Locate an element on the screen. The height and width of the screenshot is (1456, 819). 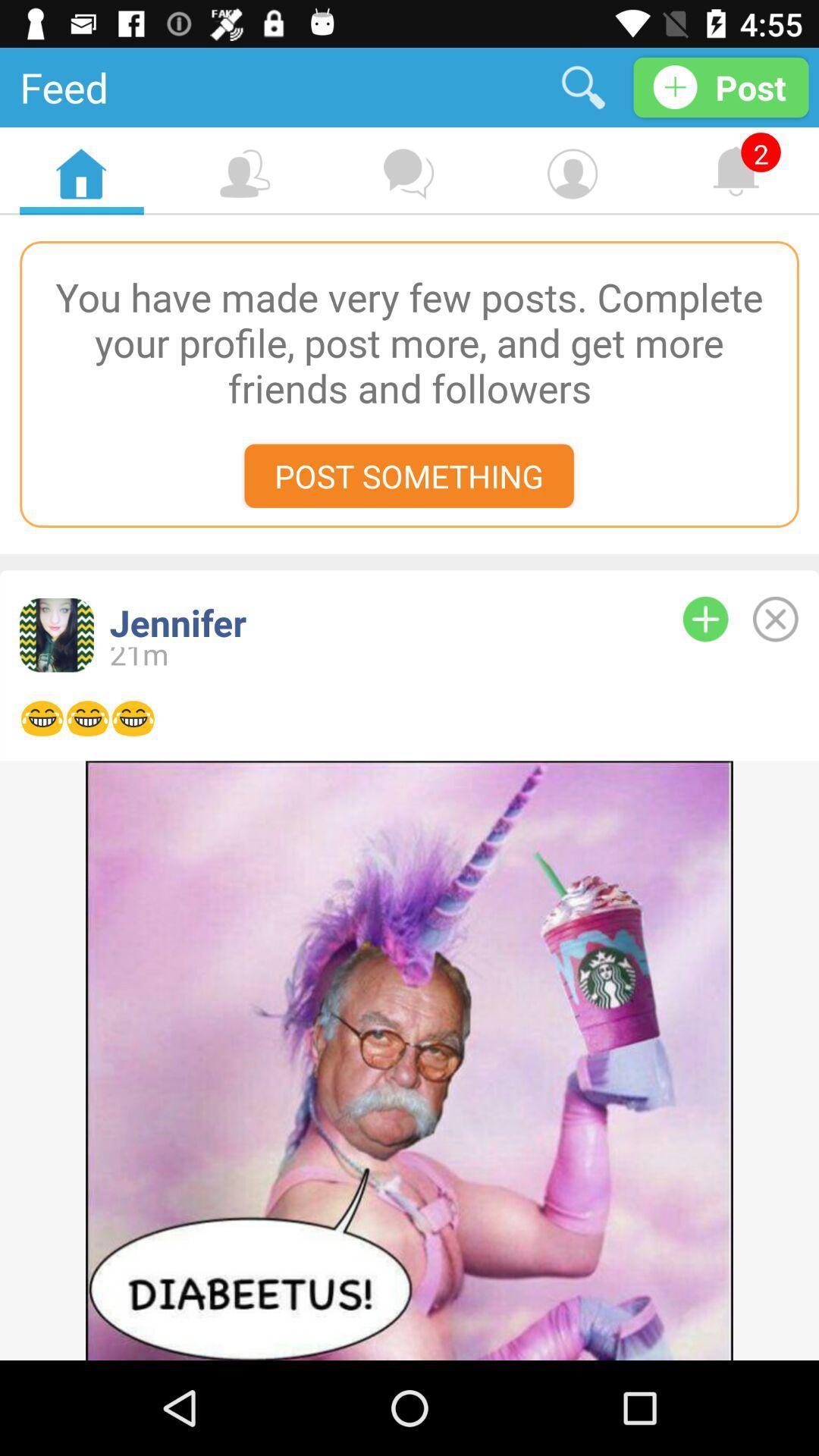
post is located at coordinates (775, 619).